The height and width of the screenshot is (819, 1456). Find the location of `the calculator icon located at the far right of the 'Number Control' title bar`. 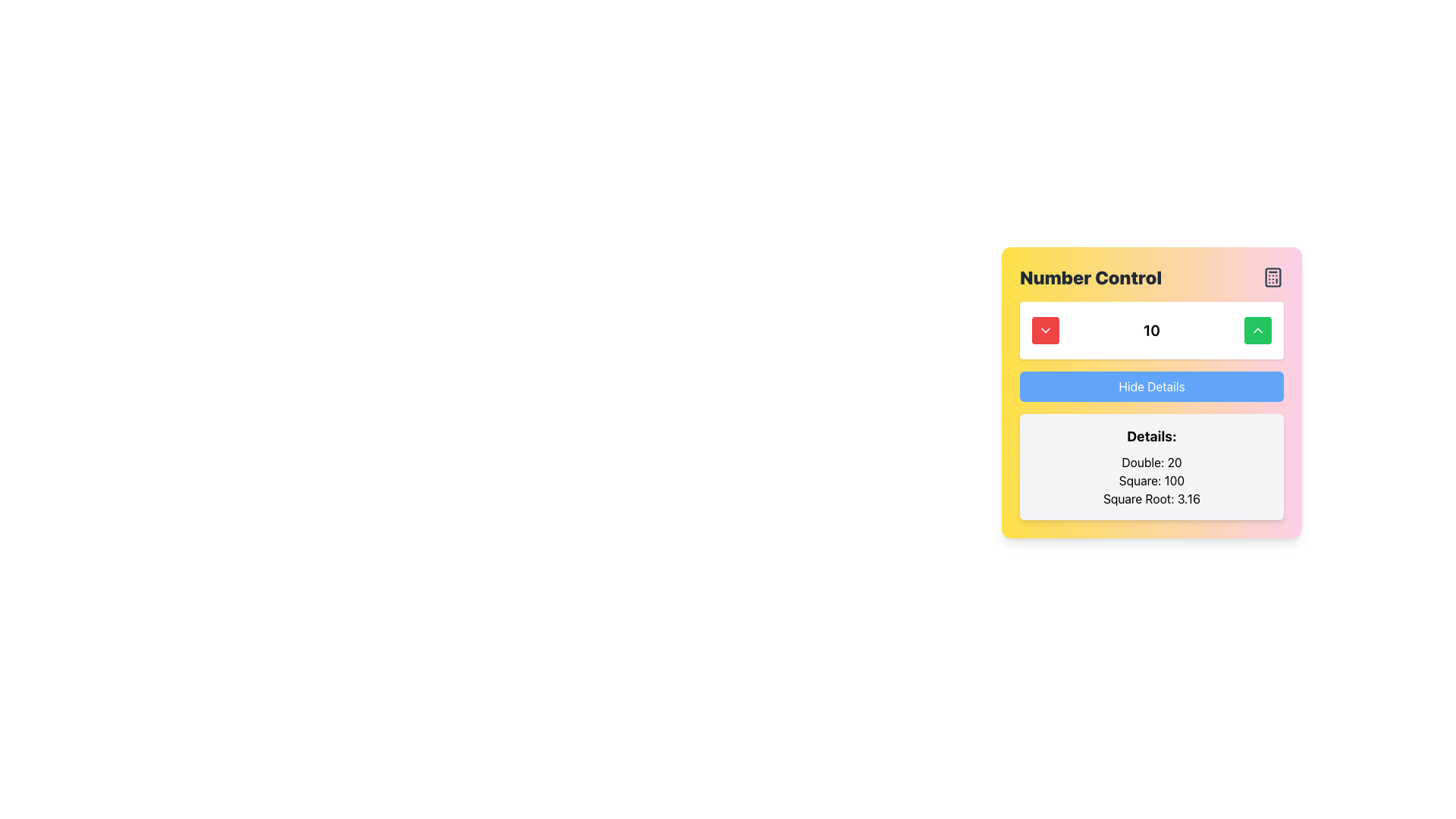

the calculator icon located at the far right of the 'Number Control' title bar is located at coordinates (1273, 278).